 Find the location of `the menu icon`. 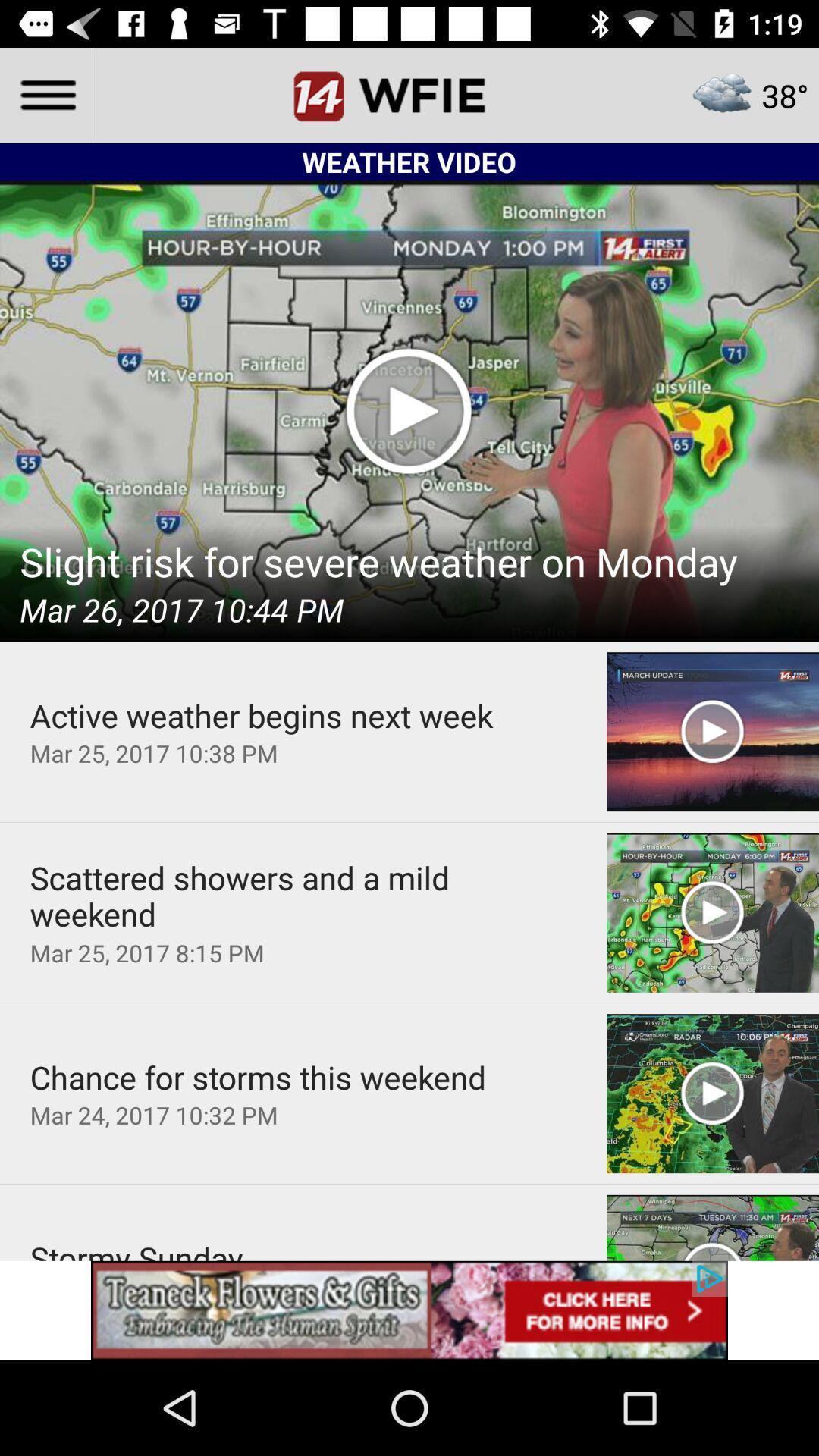

the menu icon is located at coordinates (46, 94).